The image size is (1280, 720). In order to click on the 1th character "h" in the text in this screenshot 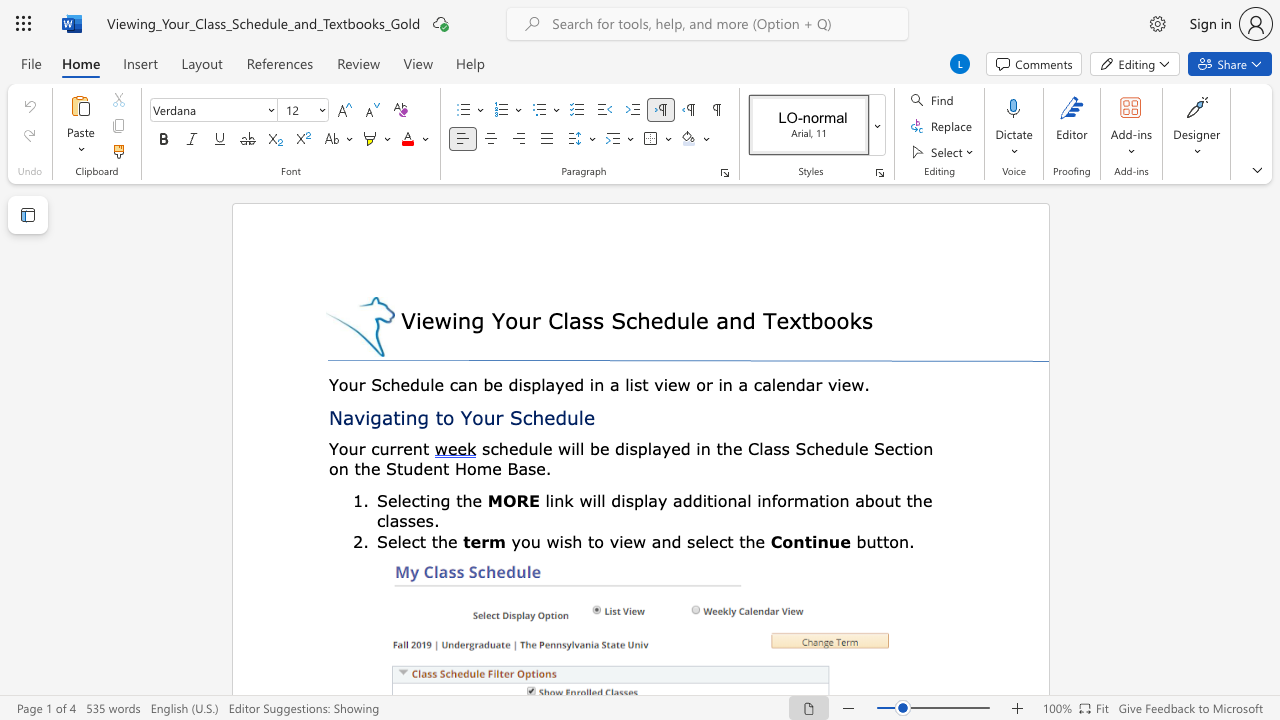, I will do `click(538, 416)`.